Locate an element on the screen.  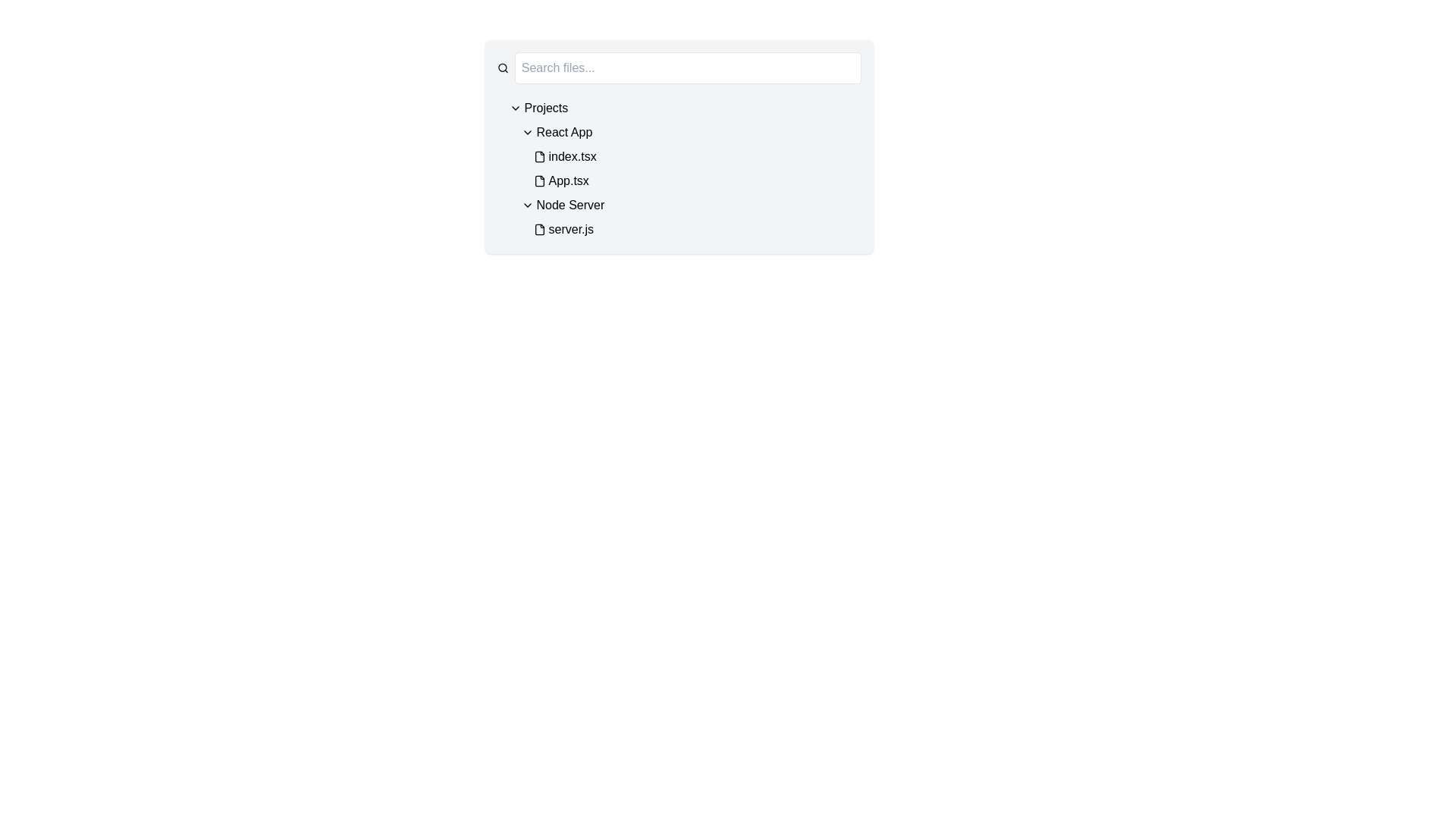
the SVG file icon with a black stroke, located to the left of the 'App.tsx' text label is located at coordinates (539, 180).